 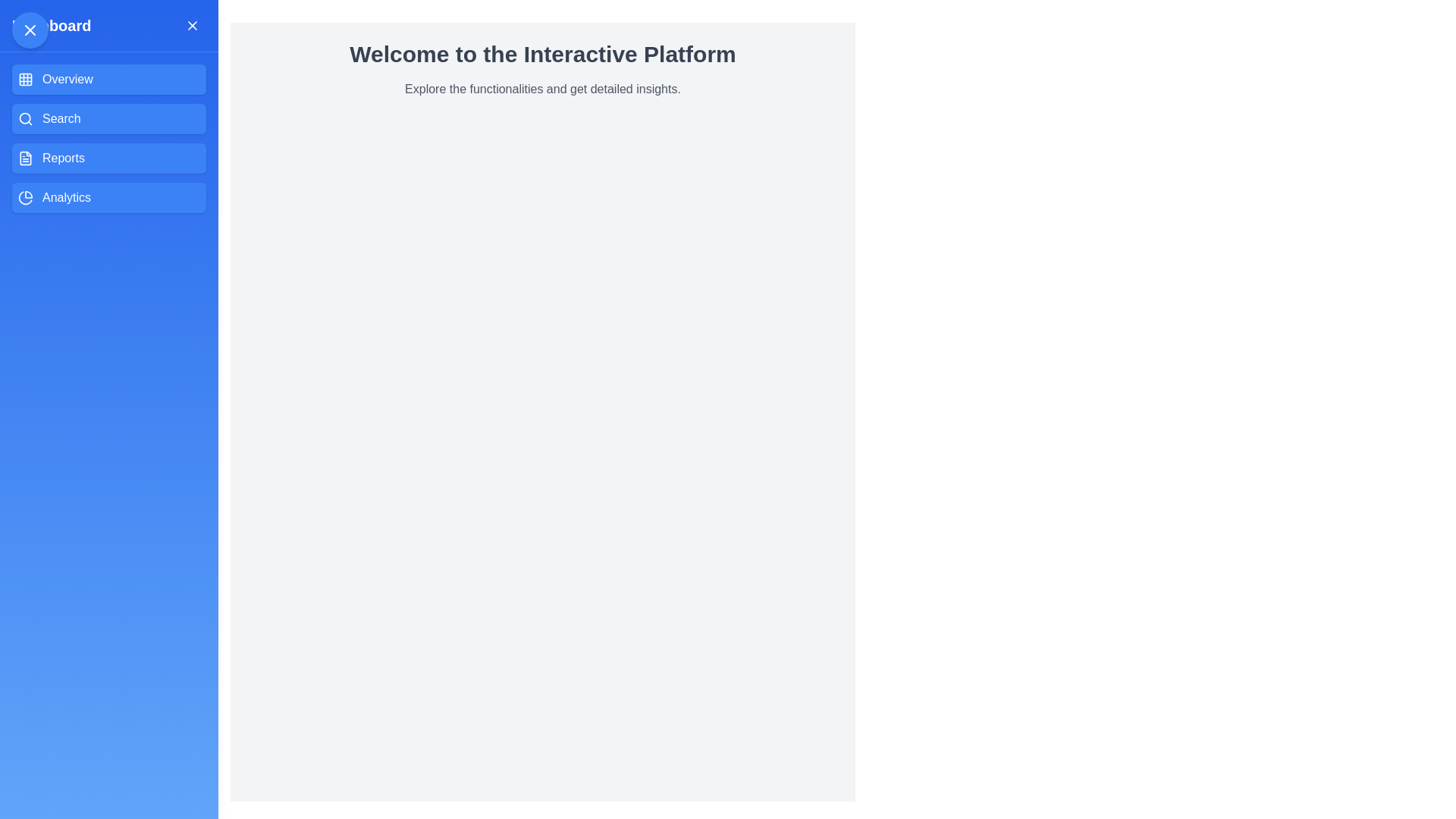 What do you see at coordinates (192, 26) in the screenshot?
I see `the close button located at the top right of the drawer header` at bounding box center [192, 26].